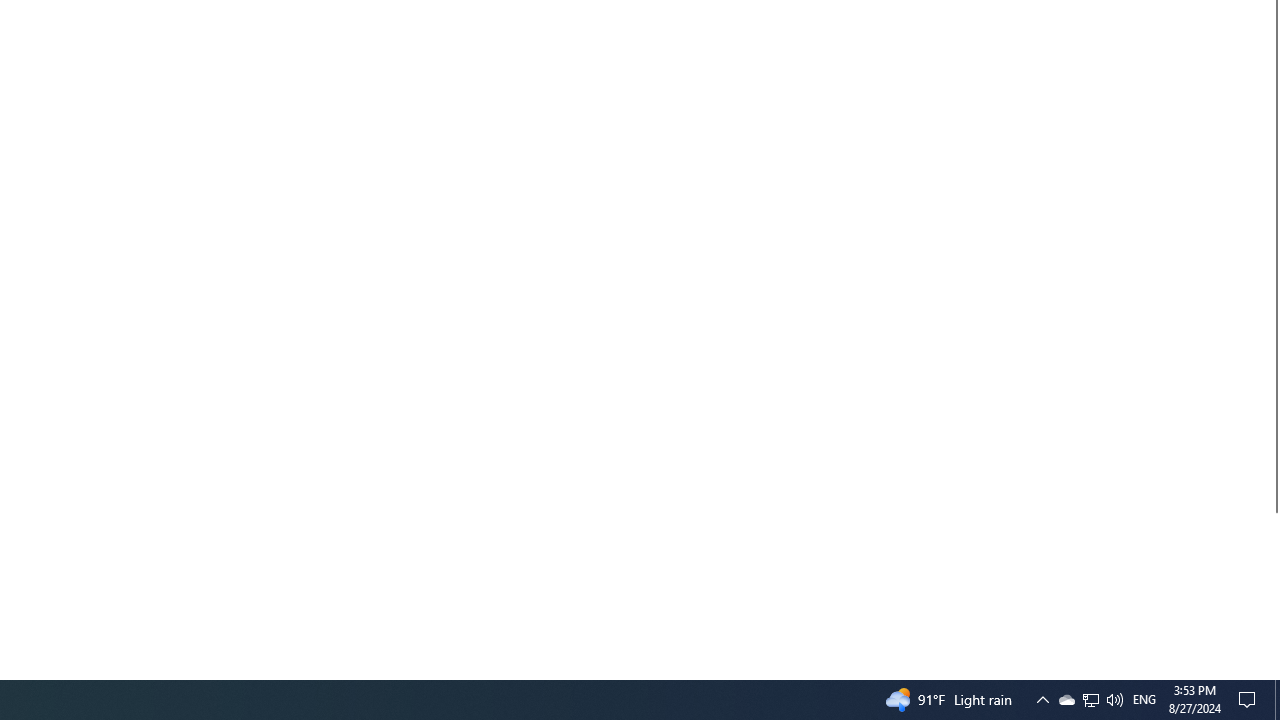  What do you see at coordinates (1250, 698) in the screenshot?
I see `'Action Center, No new notifications'` at bounding box center [1250, 698].